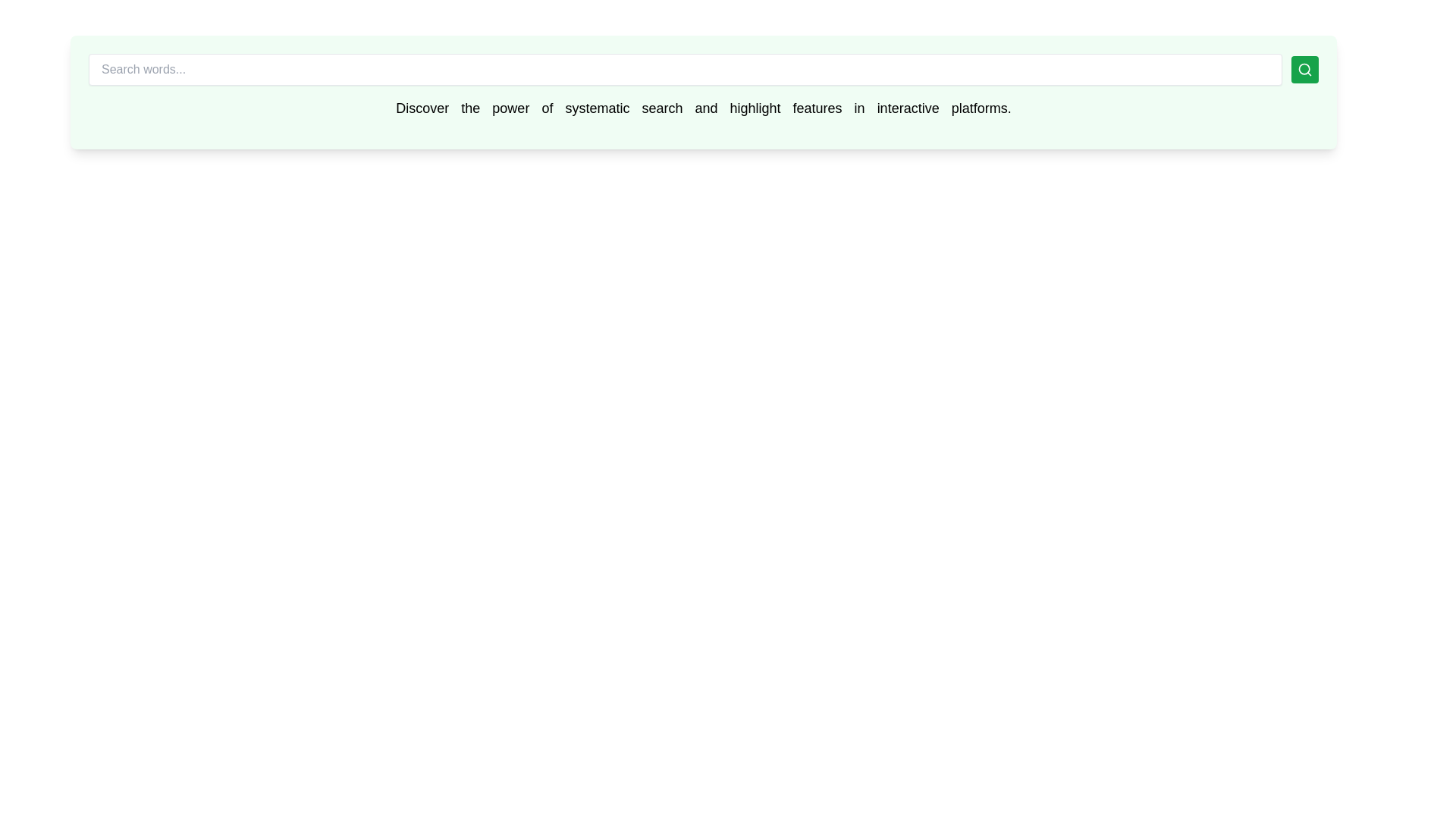 The height and width of the screenshot is (819, 1456). I want to click on the text element that is the second word in the sentence 'Discover the power of systematic search and highlight features in interactive platforms.', so click(469, 107).